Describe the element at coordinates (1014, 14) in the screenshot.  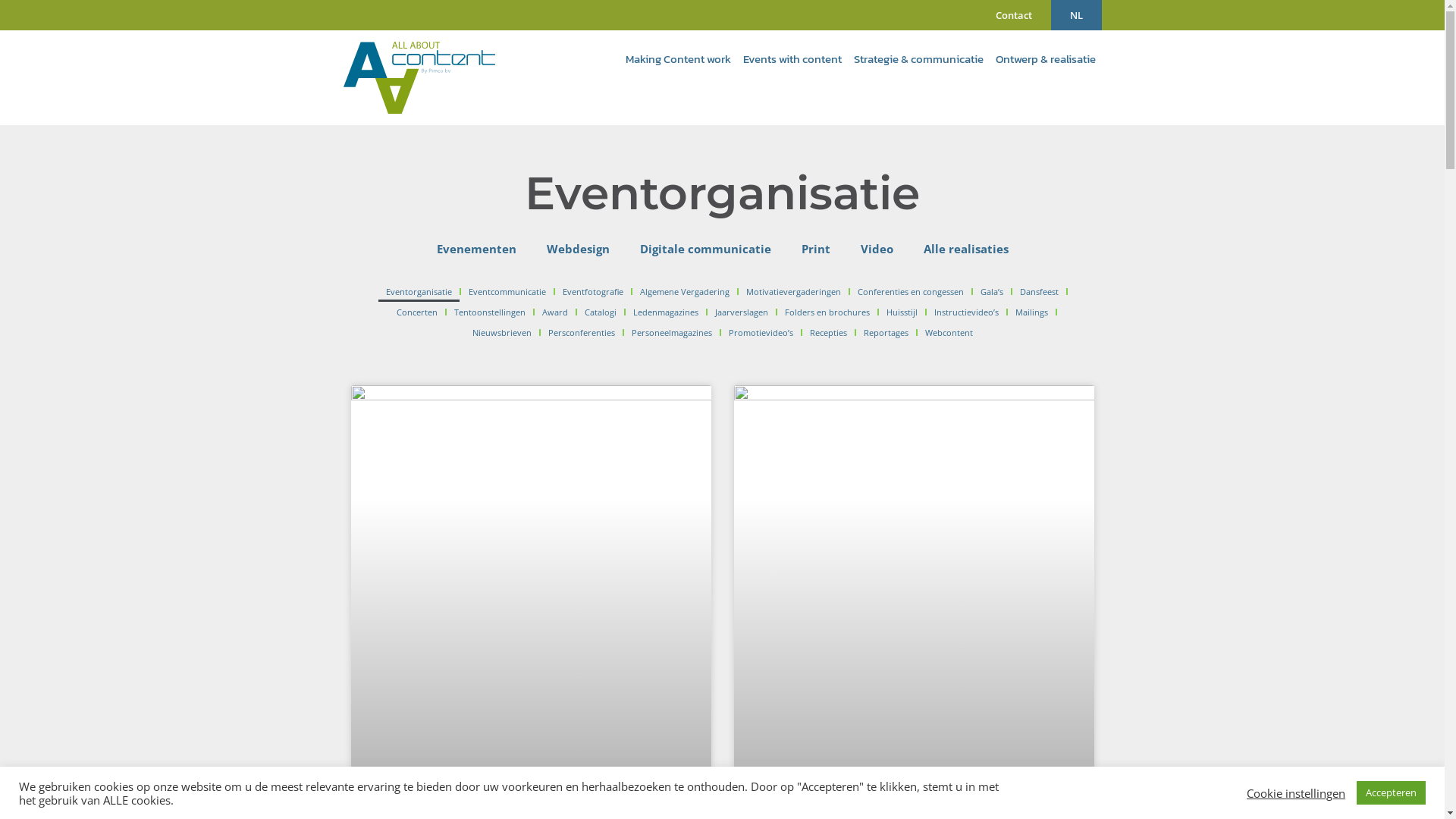
I see `'Contact'` at that location.